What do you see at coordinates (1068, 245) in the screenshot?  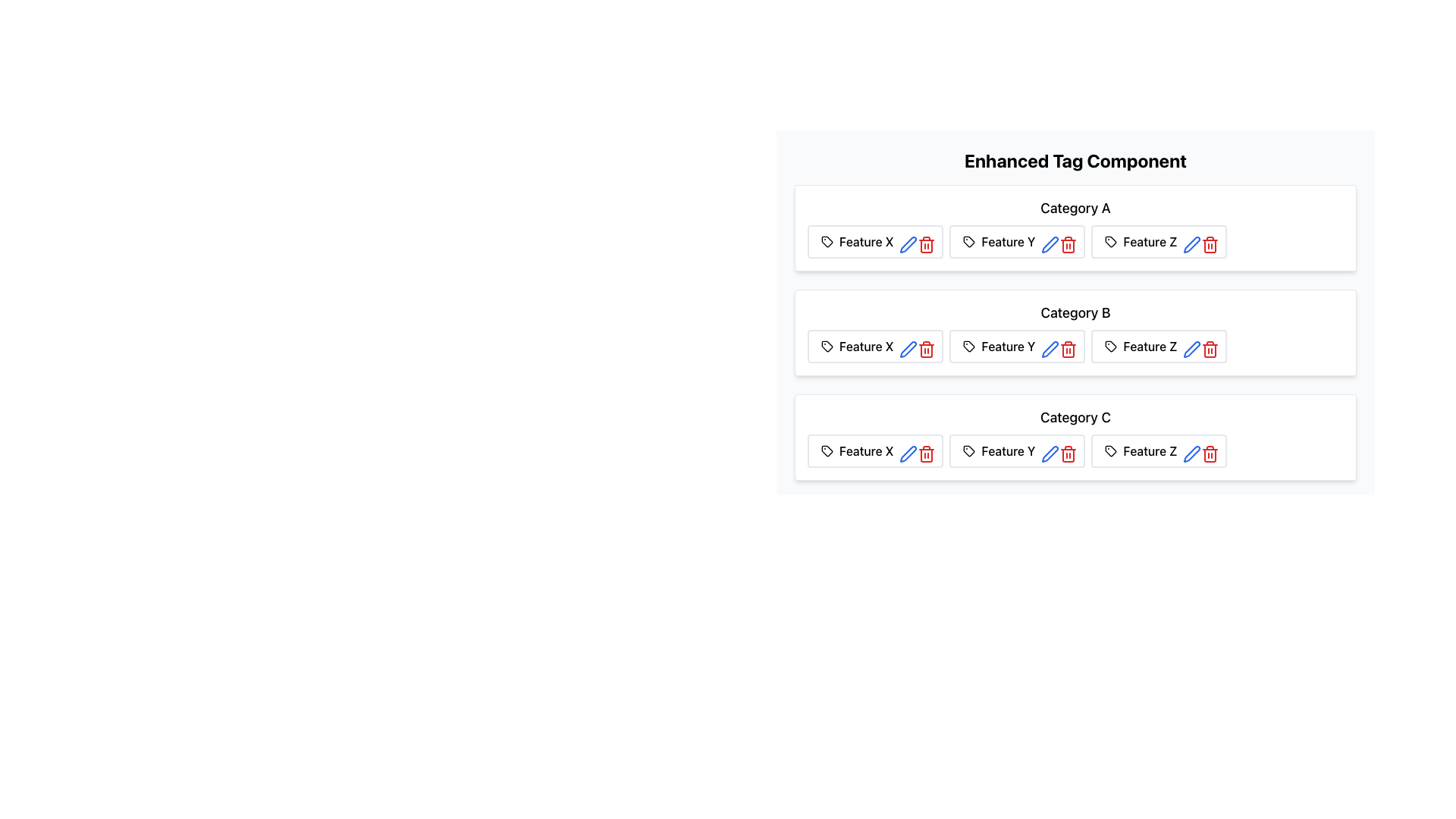 I see `the delete icon which is part of a red trash can shape located next to the 'Feature Y' label under 'Category A' in the Enhanced Tag Component section` at bounding box center [1068, 245].